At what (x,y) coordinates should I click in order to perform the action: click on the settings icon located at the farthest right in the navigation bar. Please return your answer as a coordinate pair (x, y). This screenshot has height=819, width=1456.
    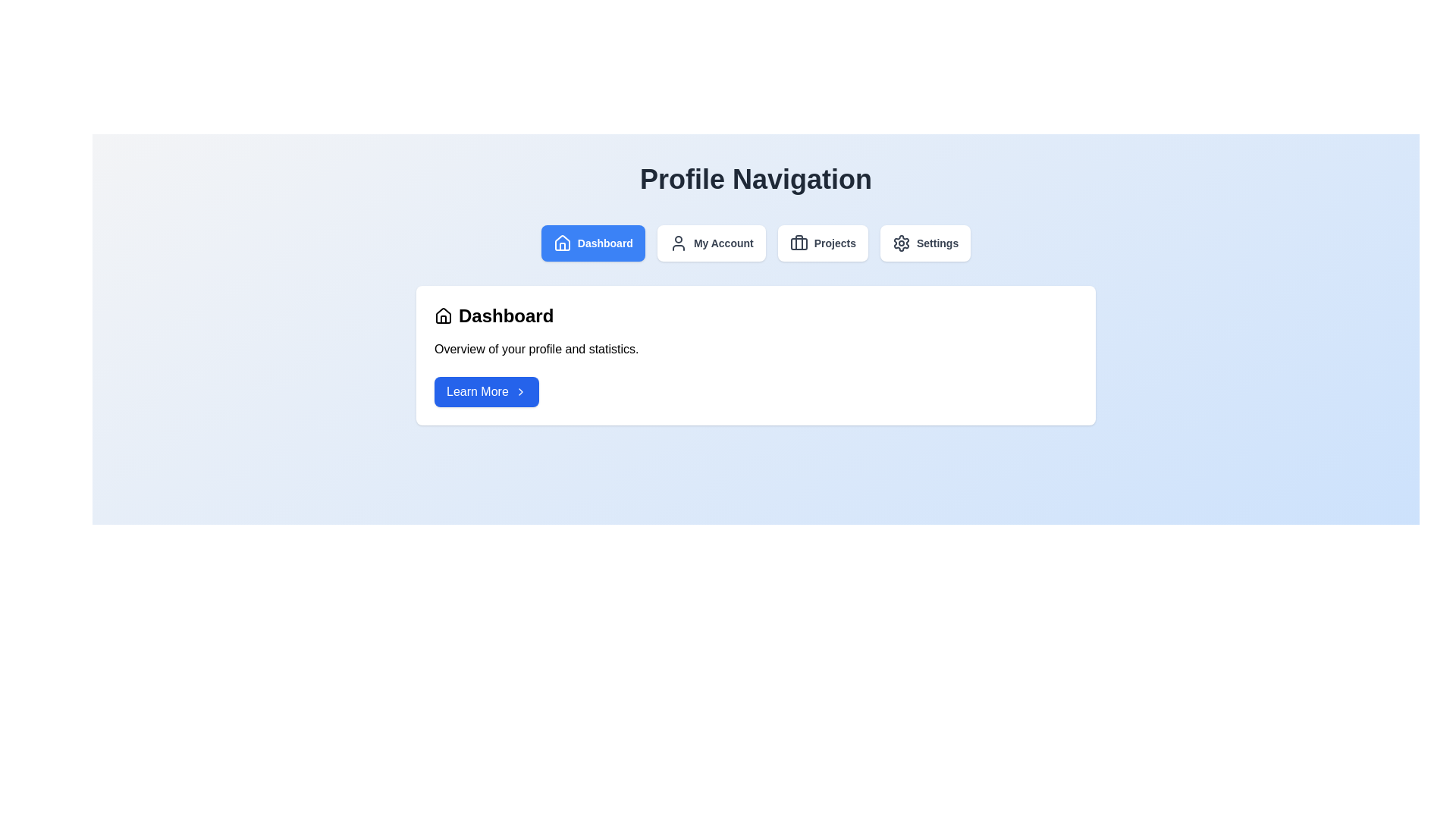
    Looking at the image, I should click on (902, 242).